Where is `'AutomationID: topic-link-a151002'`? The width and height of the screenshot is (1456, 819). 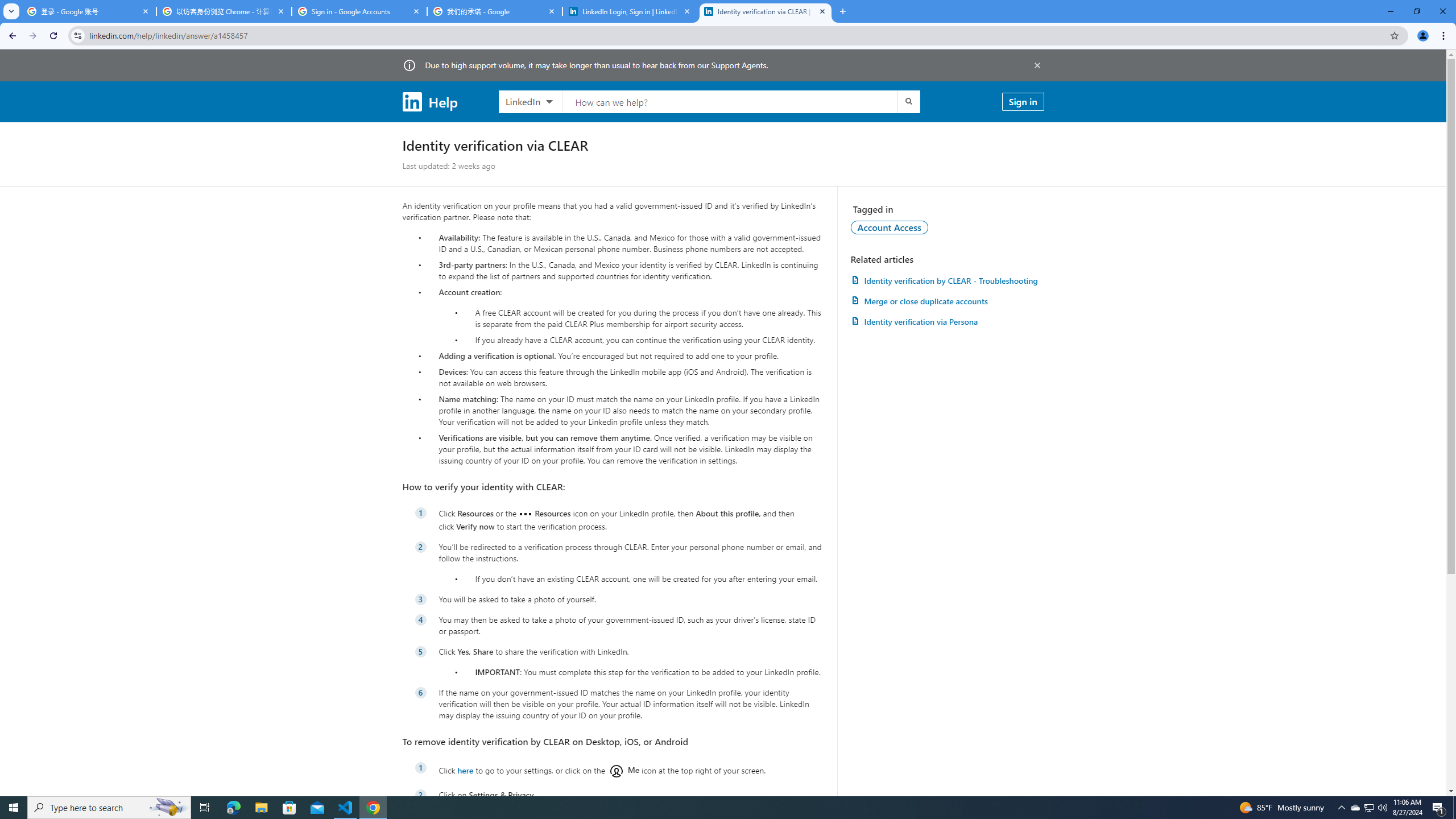
'AutomationID: topic-link-a151002' is located at coordinates (890, 226).